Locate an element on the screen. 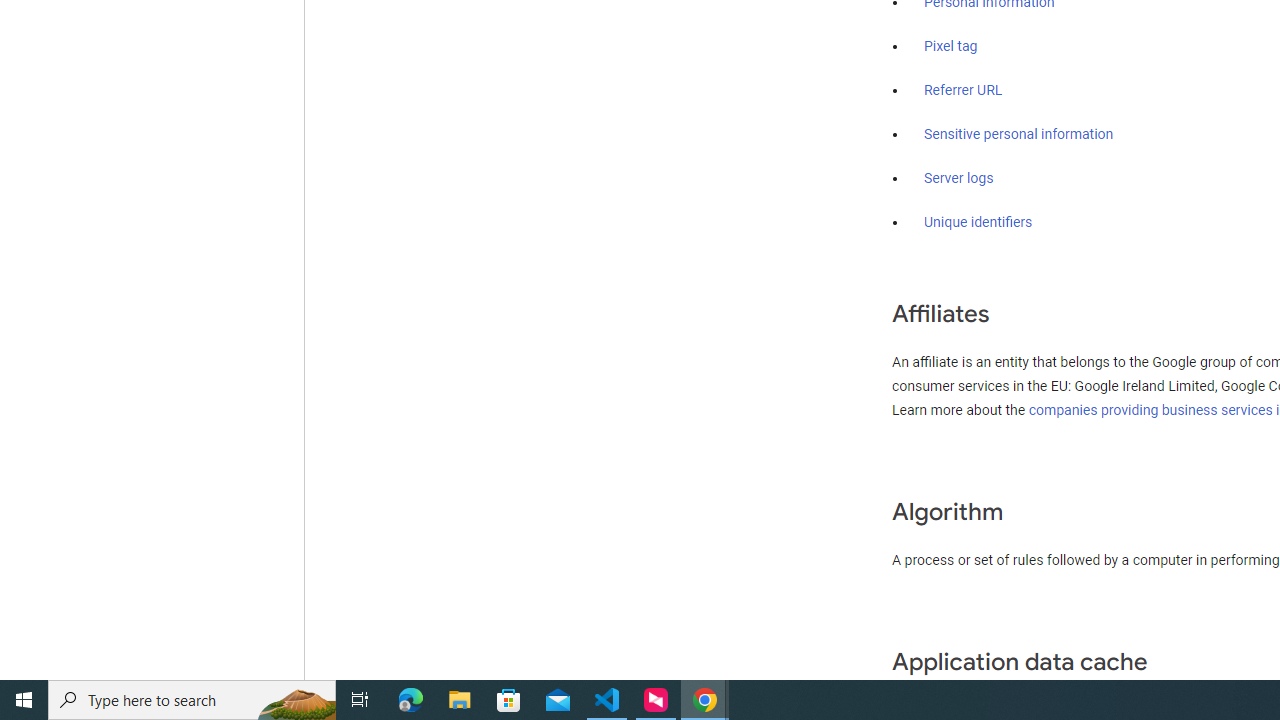 This screenshot has height=720, width=1280. 'Pixel tag' is located at coordinates (950, 46).